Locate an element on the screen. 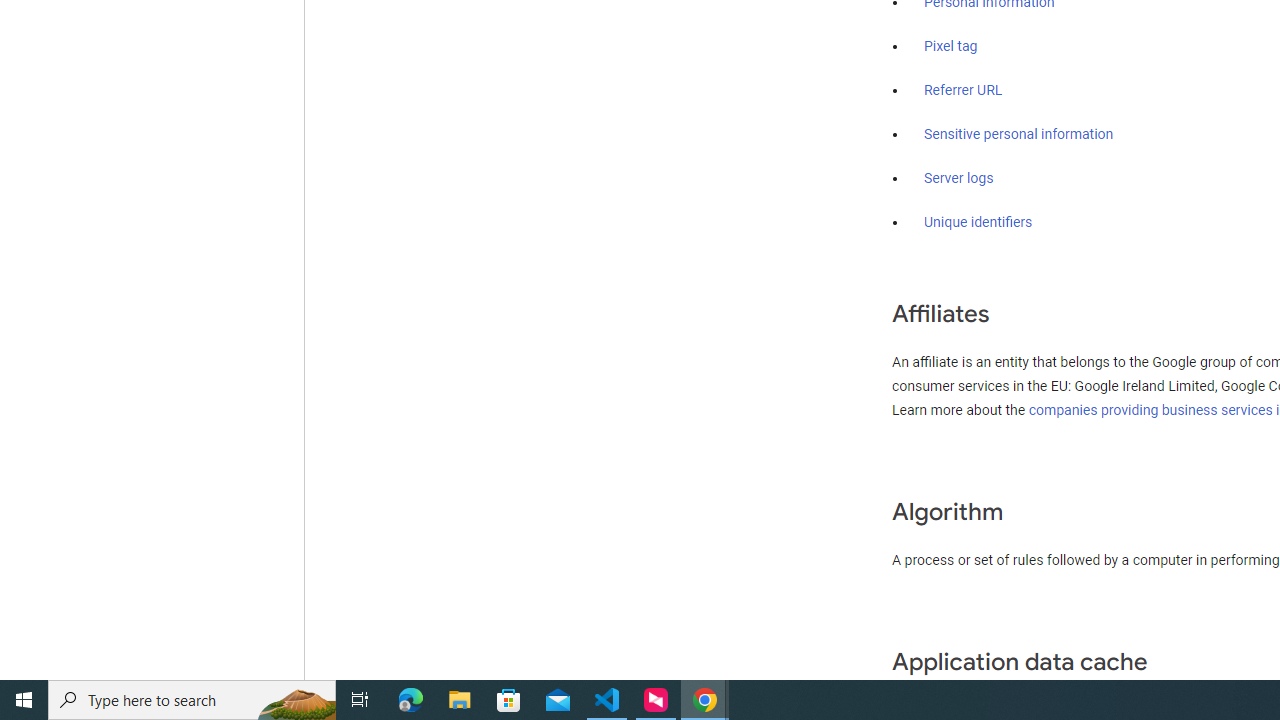 This screenshot has height=720, width=1280. 'Pixel tag' is located at coordinates (950, 46).